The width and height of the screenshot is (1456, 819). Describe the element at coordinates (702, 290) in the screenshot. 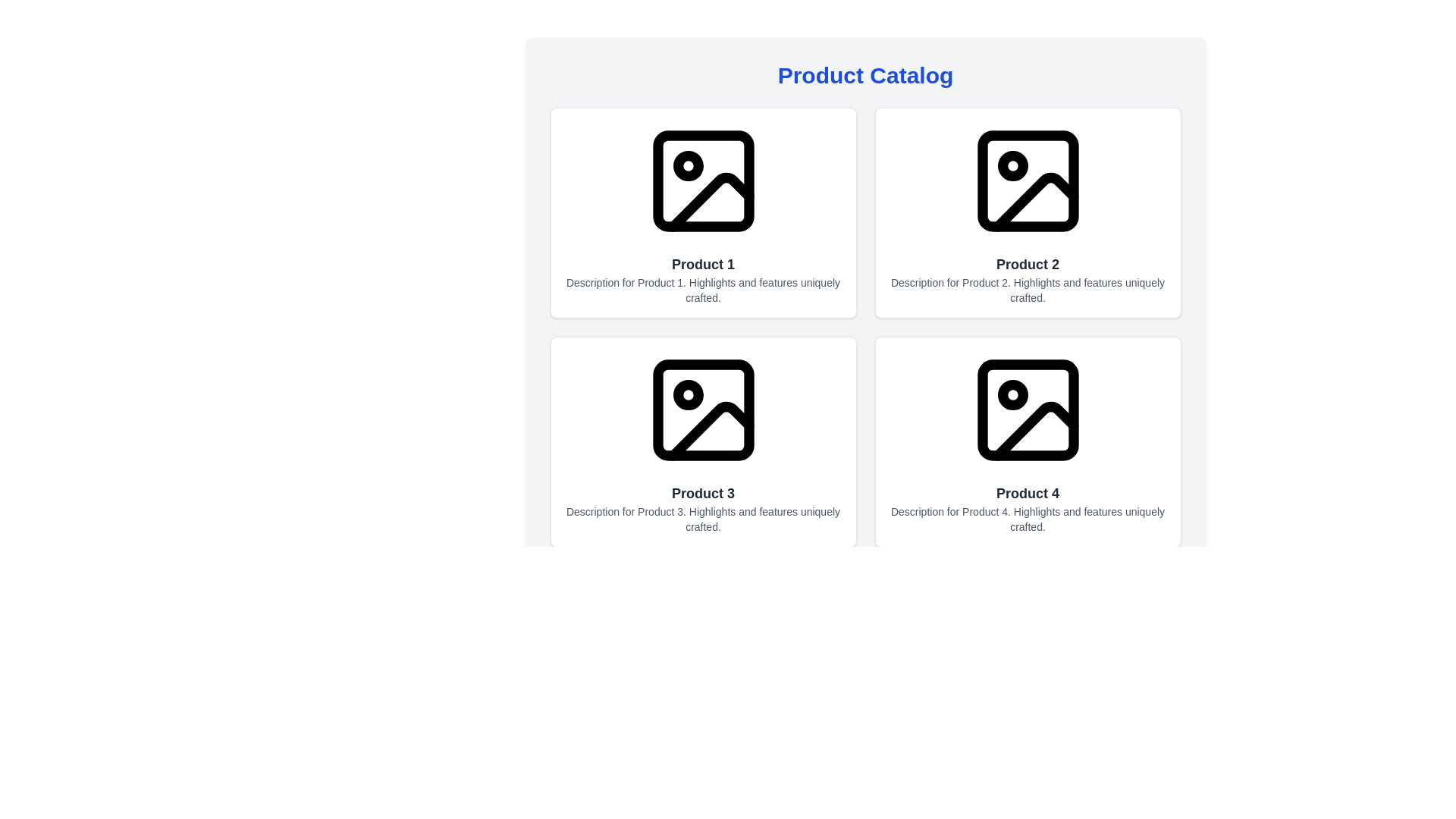

I see `the text label providing a brief description of 'Product 1'` at that location.